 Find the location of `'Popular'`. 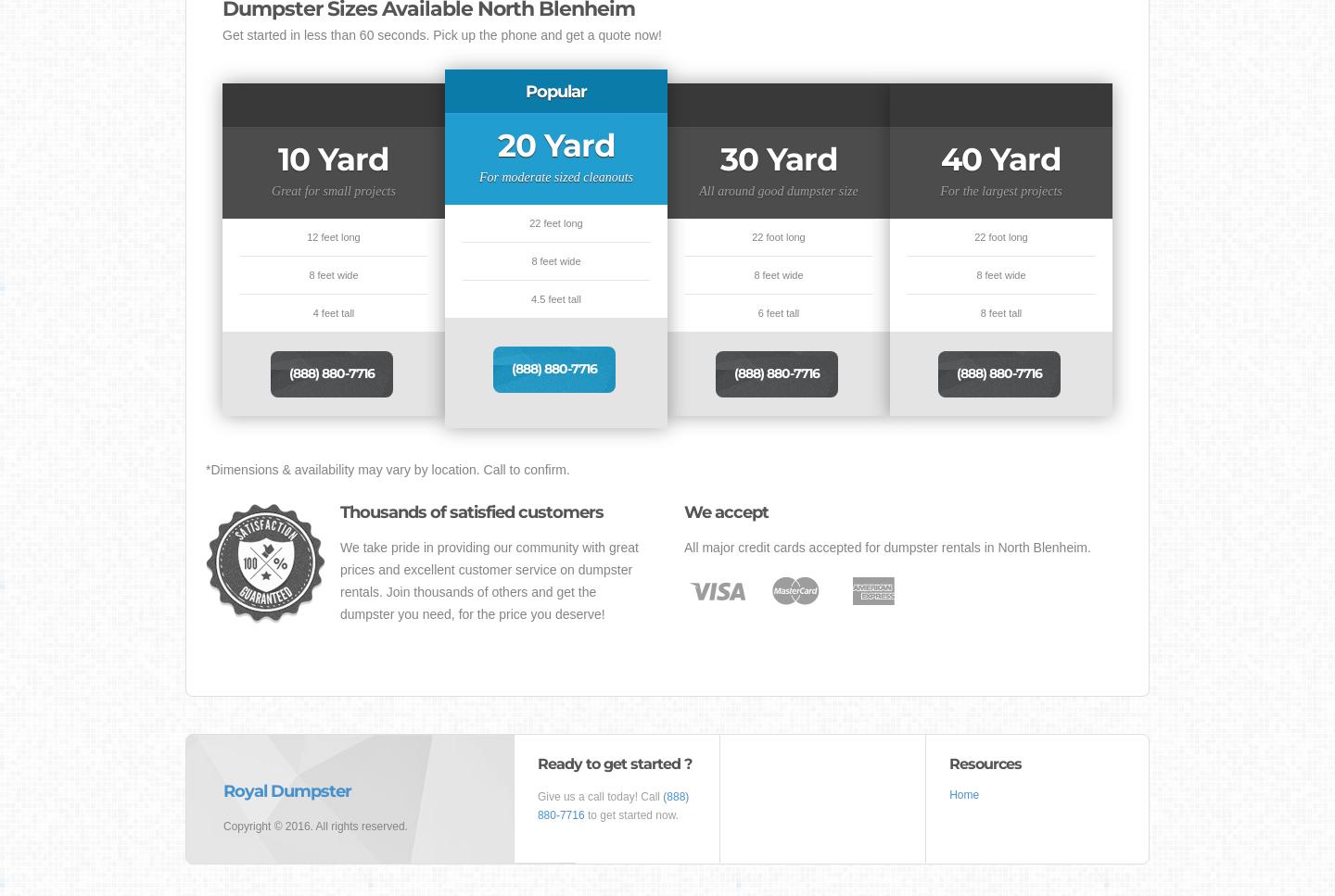

'Popular' is located at coordinates (556, 92).